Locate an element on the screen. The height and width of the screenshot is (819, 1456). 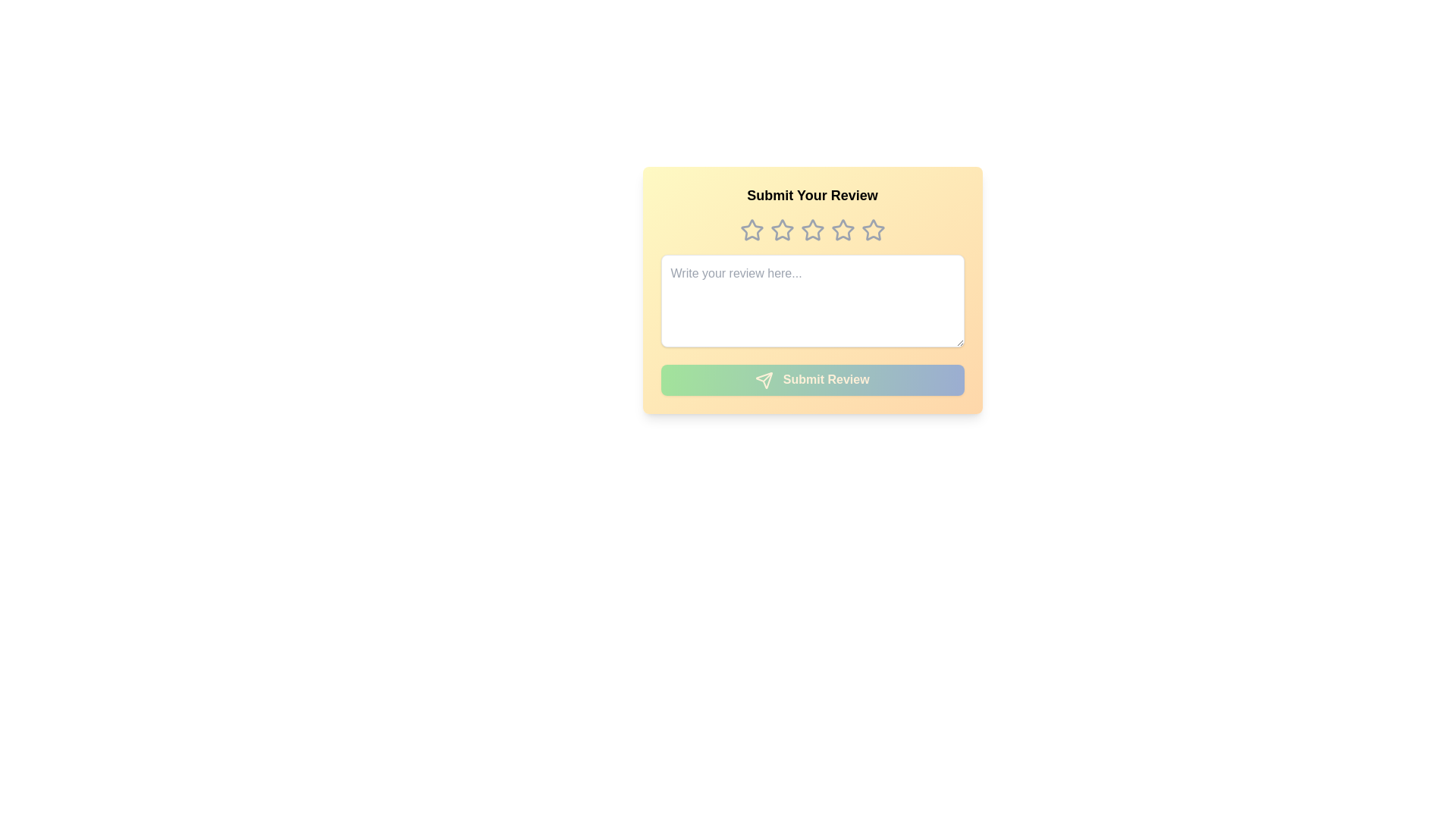
the second star in the horizontal row of five stars is located at coordinates (782, 230).